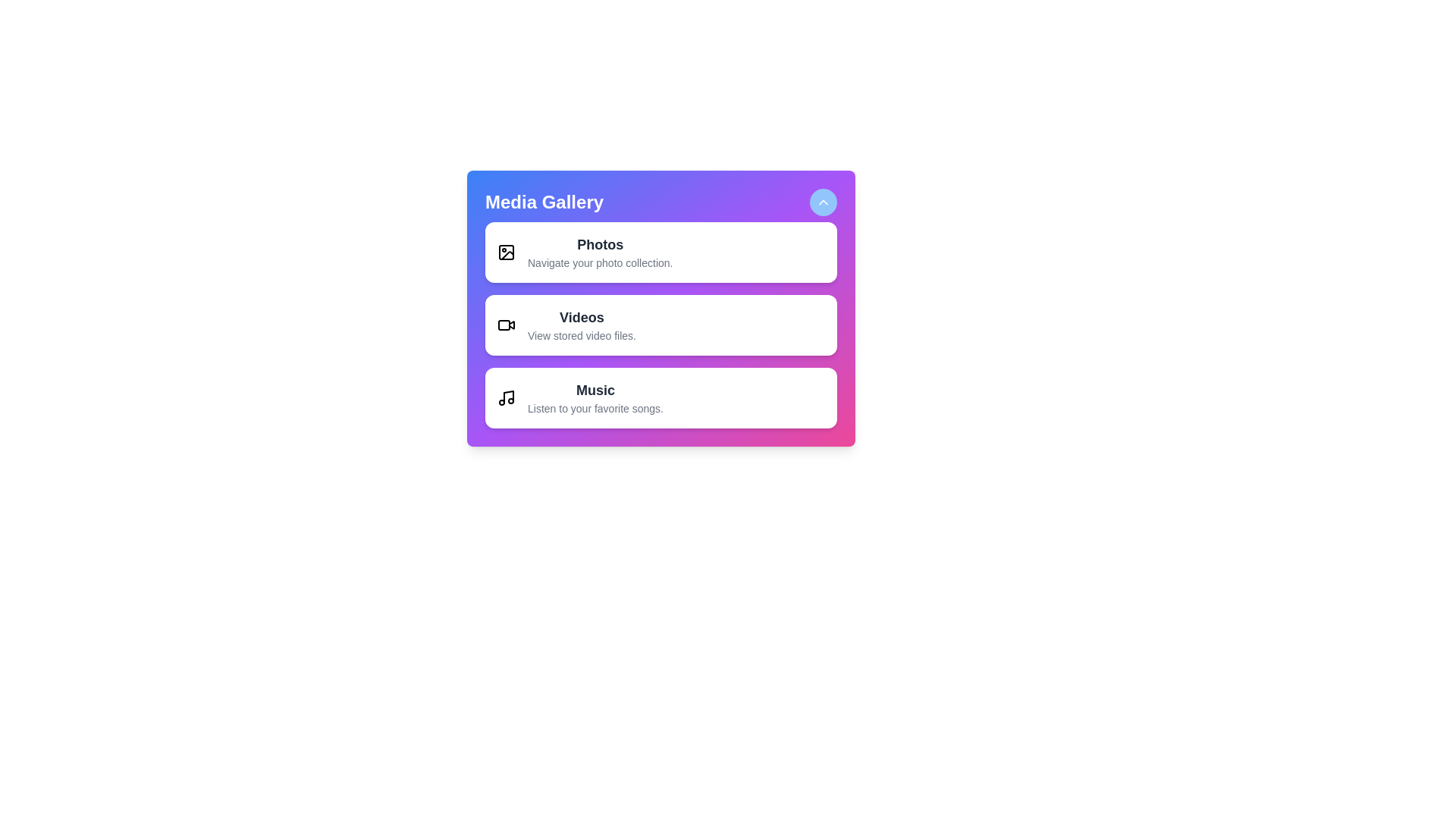 This screenshot has width=1456, height=819. Describe the element at coordinates (661, 397) in the screenshot. I see `the media type Music from the list` at that location.